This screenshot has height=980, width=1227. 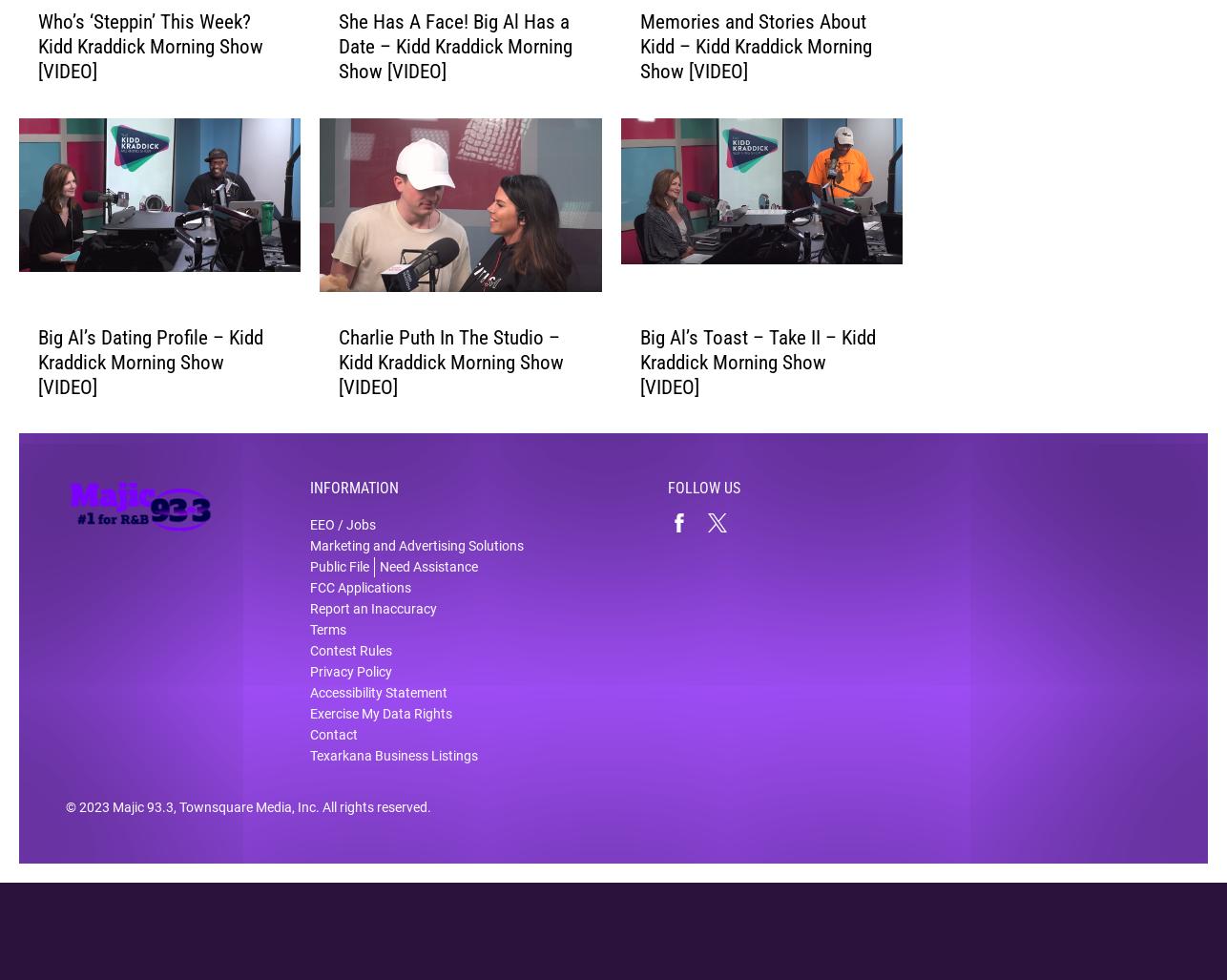 What do you see at coordinates (639, 375) in the screenshot?
I see `'Big Al’s Toast – Take II – Kidd Kraddick Morning Show [VIDEO]'` at bounding box center [639, 375].